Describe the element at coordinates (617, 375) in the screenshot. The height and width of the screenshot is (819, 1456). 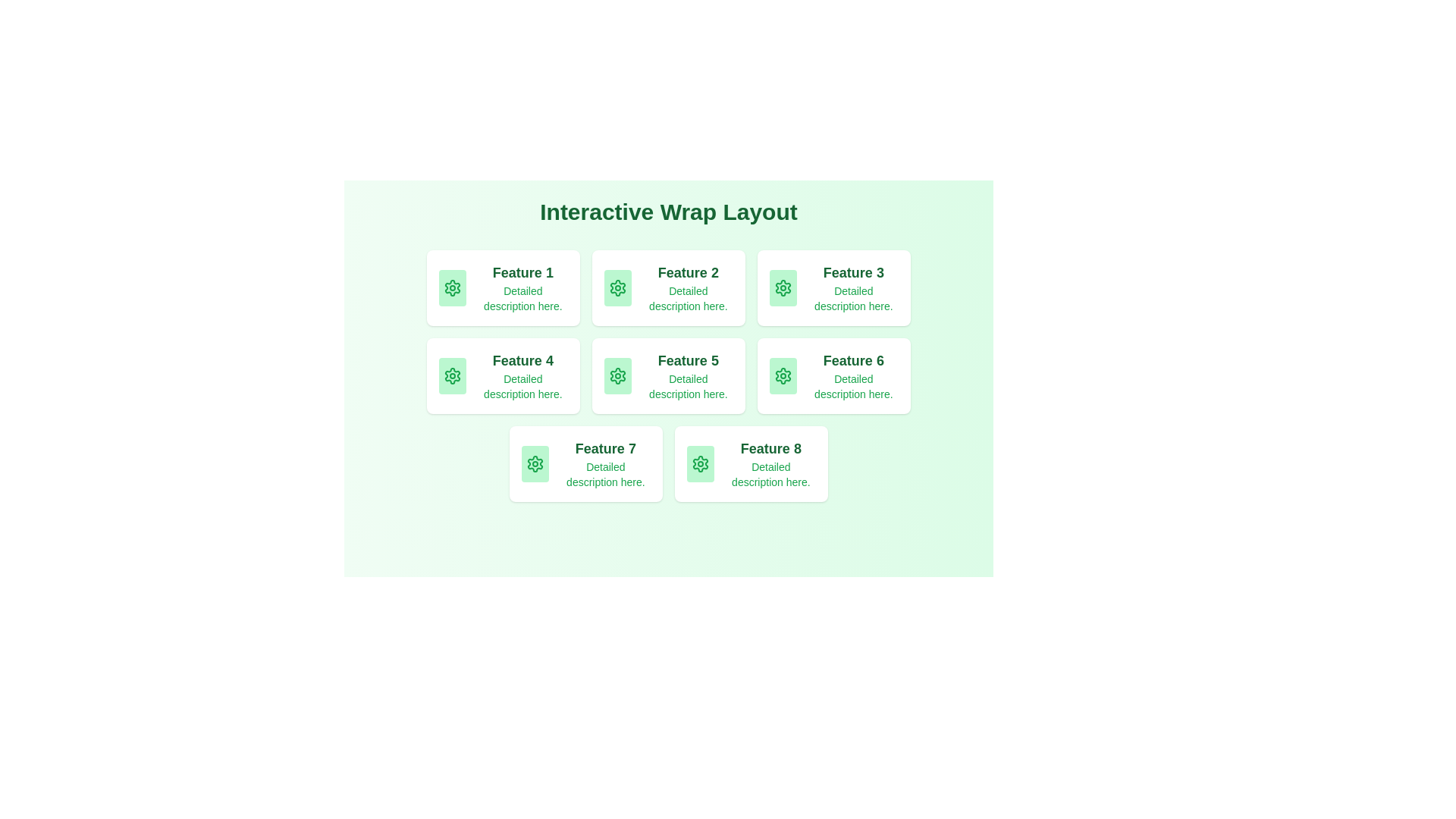
I see `the settings gear icon located in the second row, second column of the 'Feature 5' card in a 3x3 grid layout` at that location.